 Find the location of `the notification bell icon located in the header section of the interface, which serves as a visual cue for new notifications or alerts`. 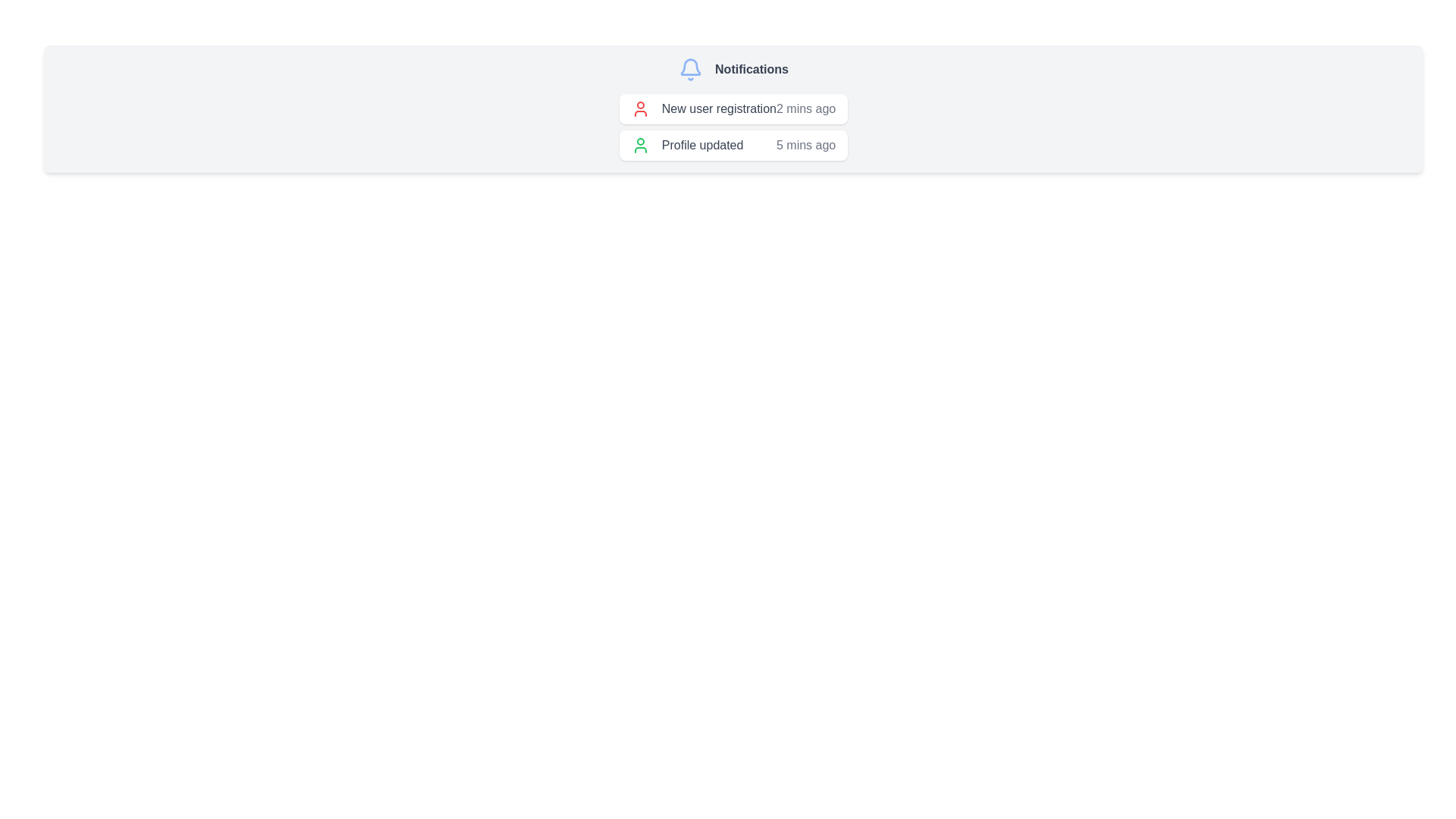

the notification bell icon located in the header section of the interface, which serves as a visual cue for new notifications or alerts is located at coordinates (690, 70).